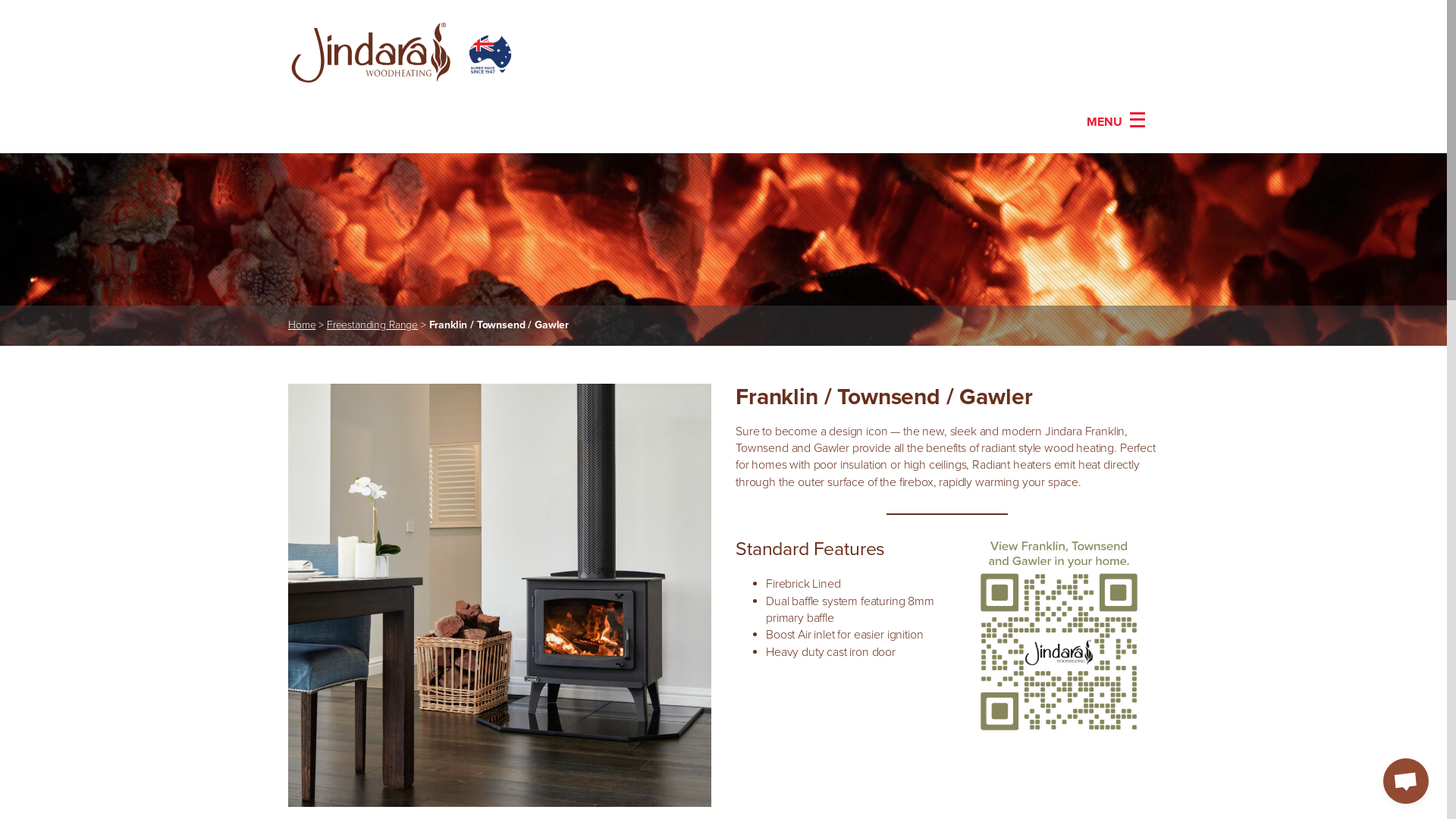  What do you see at coordinates (1116, 120) in the screenshot?
I see `'MENU'` at bounding box center [1116, 120].